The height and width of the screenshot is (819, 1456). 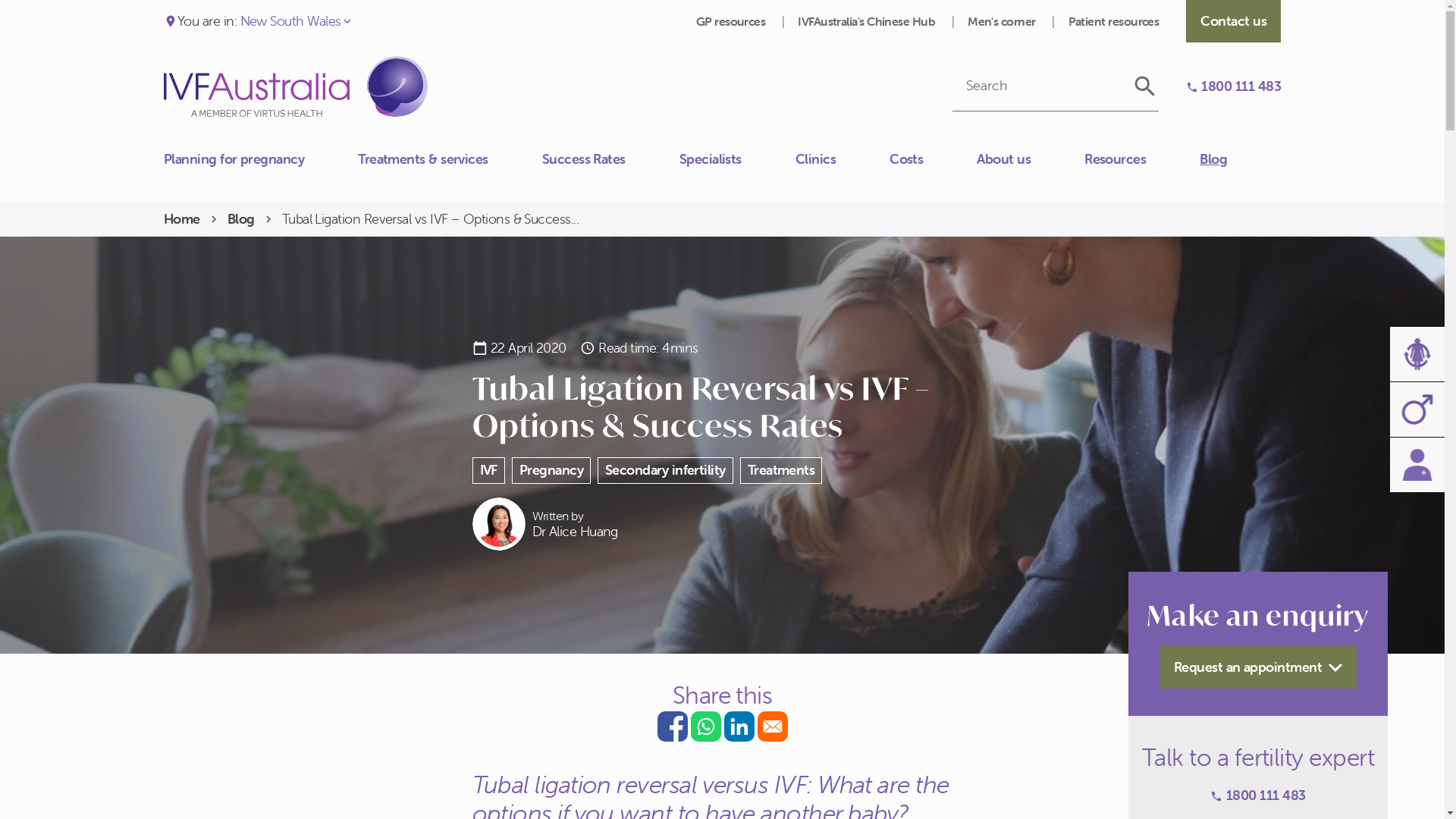 I want to click on 'Success Rates', so click(x=610, y=158).